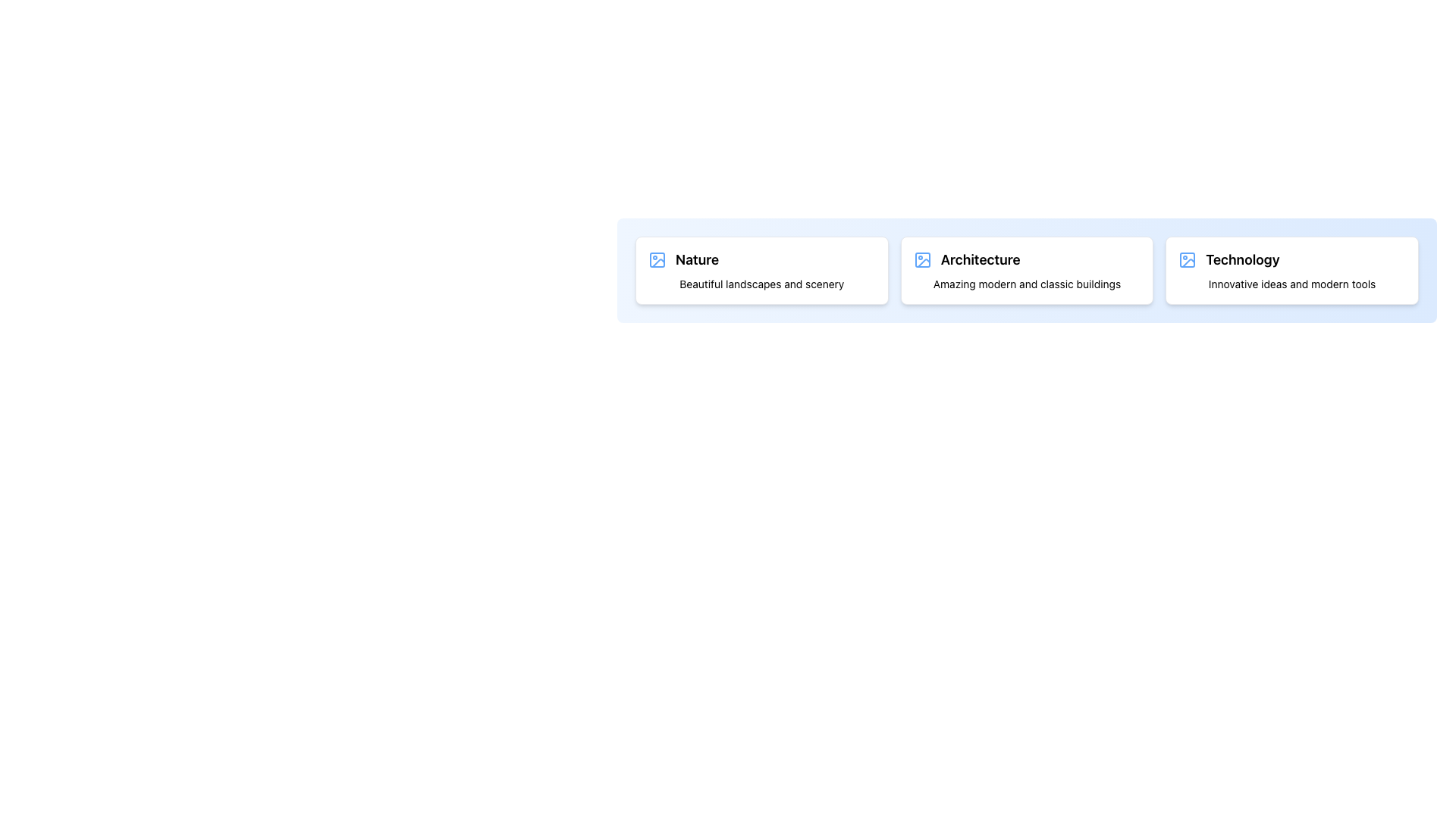 The image size is (1456, 819). What do you see at coordinates (1291, 284) in the screenshot?
I see `the text element displaying 'Innovative ideas and modern tools' located below the 'Technology' header within its card` at bounding box center [1291, 284].